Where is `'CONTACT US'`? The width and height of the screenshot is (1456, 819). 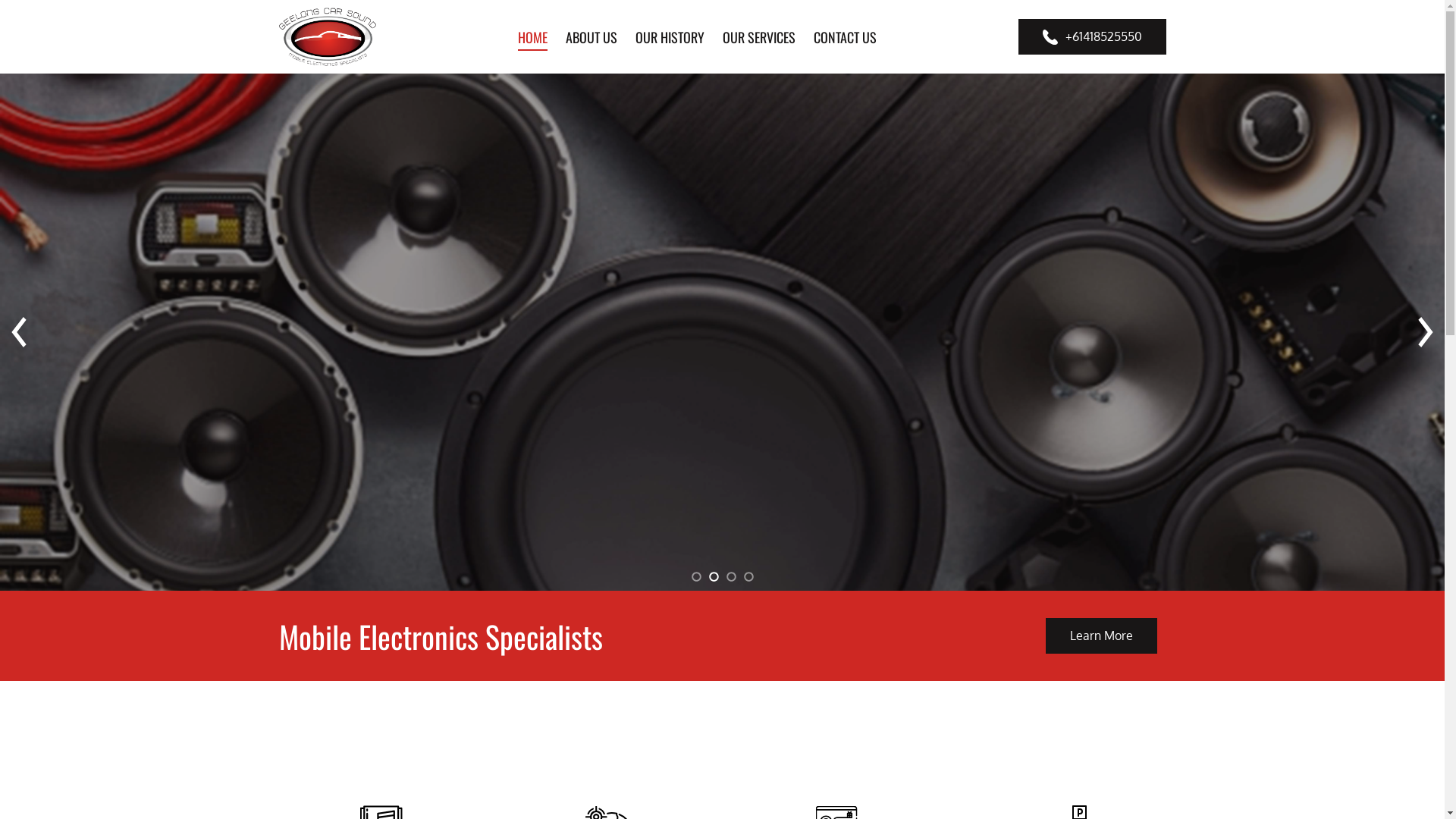
'CONTACT US' is located at coordinates (844, 35).